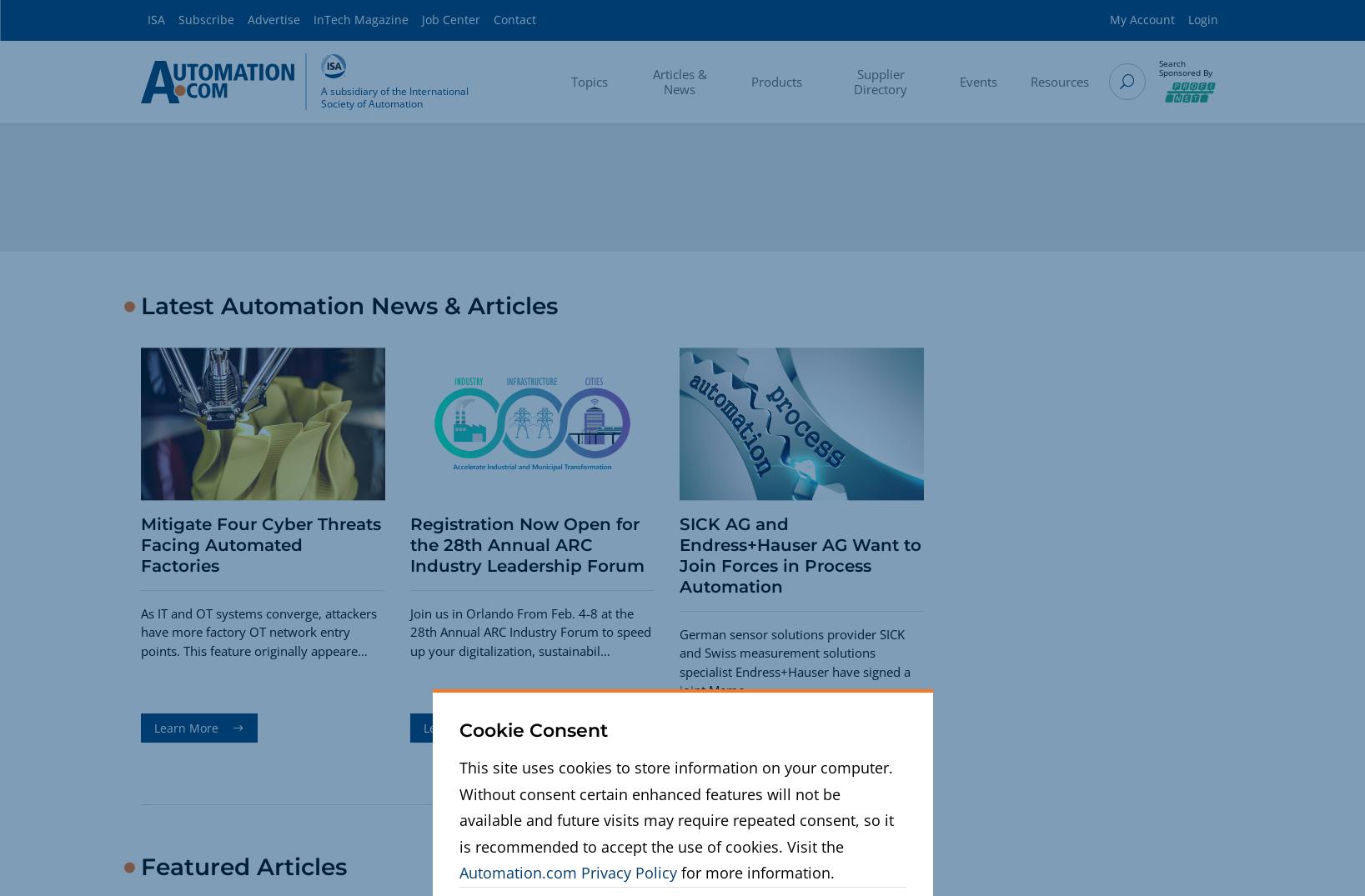 This screenshot has width=1365, height=896. Describe the element at coordinates (881, 799) in the screenshot. I see `'Cancel'` at that location.